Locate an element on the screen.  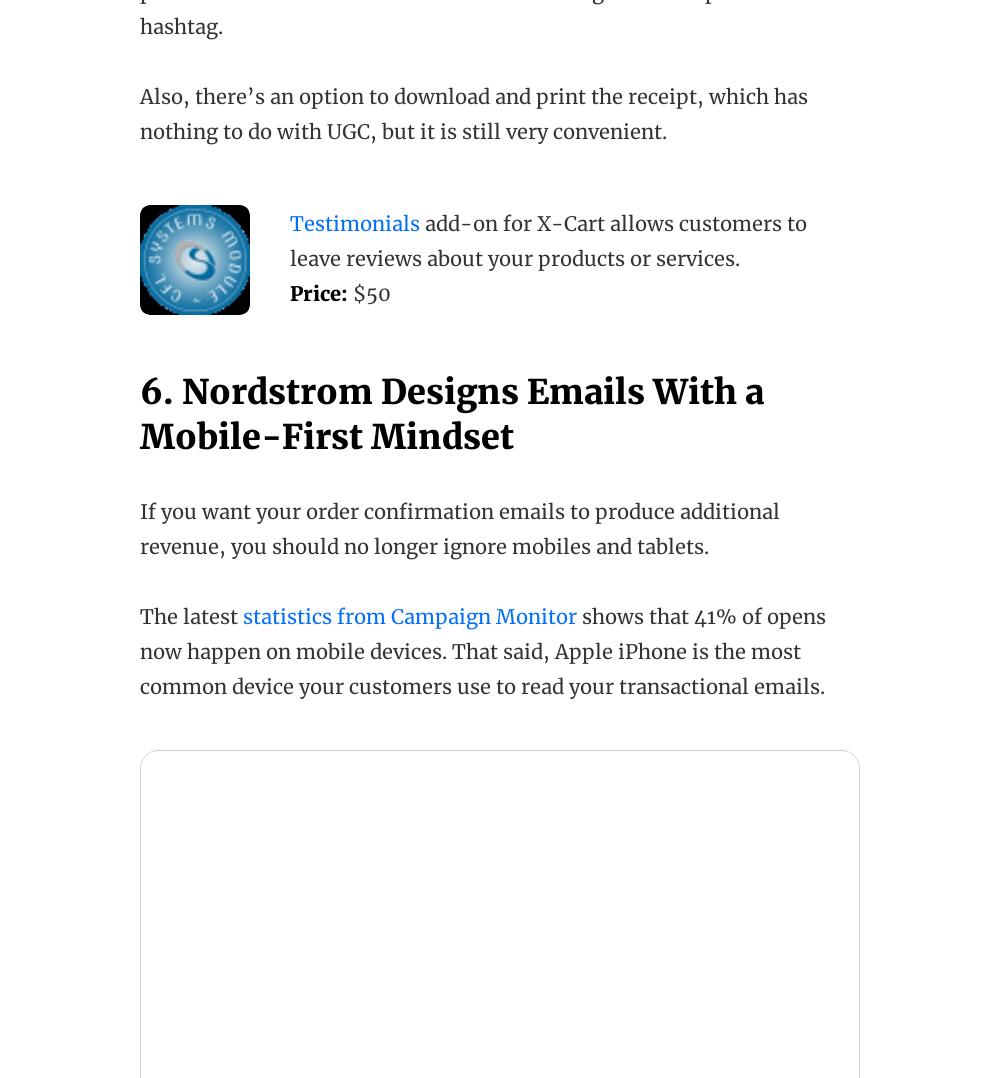
'The latest' is located at coordinates (190, 616).